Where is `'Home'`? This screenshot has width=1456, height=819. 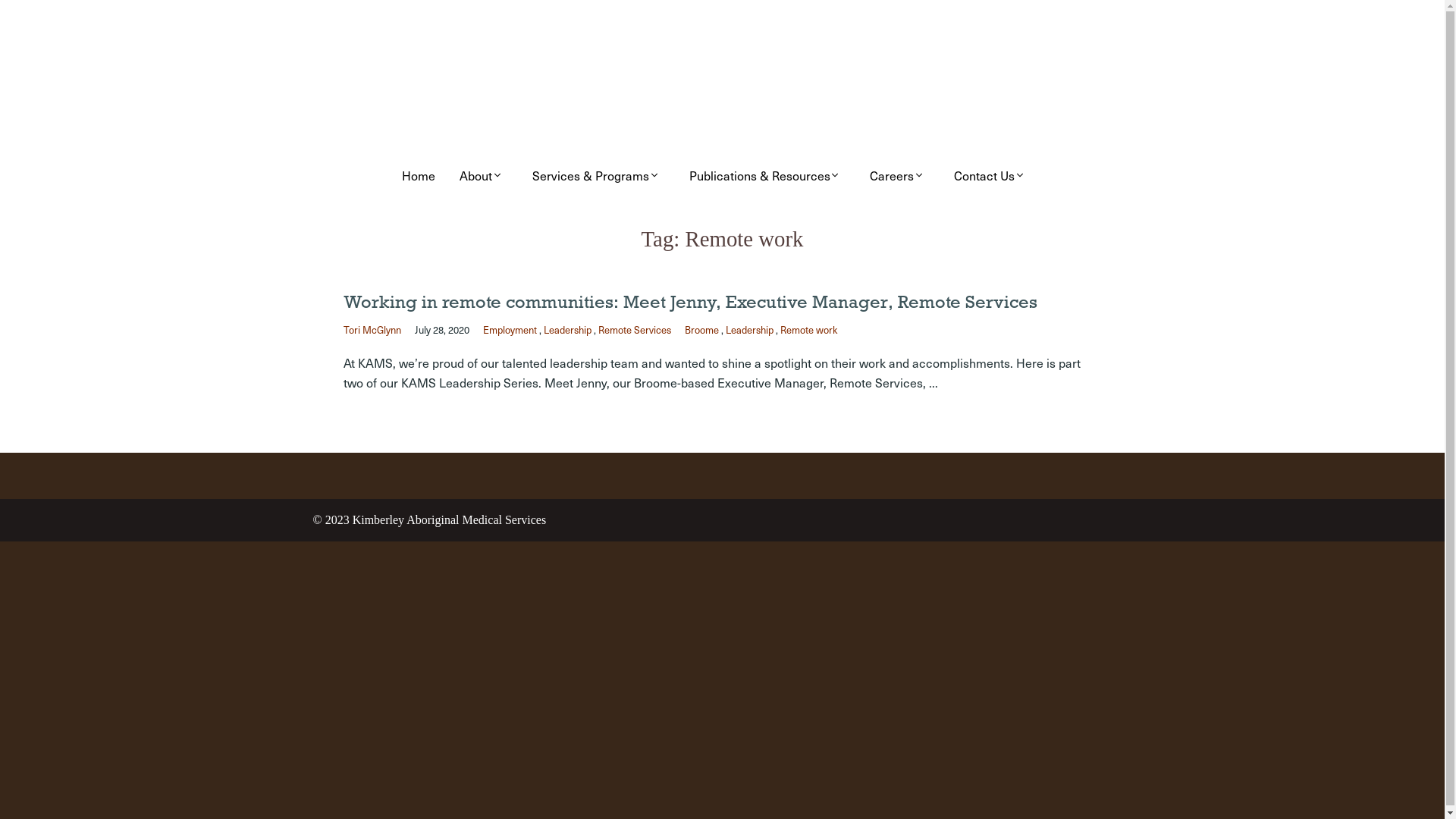 'Home' is located at coordinates (395, 174).